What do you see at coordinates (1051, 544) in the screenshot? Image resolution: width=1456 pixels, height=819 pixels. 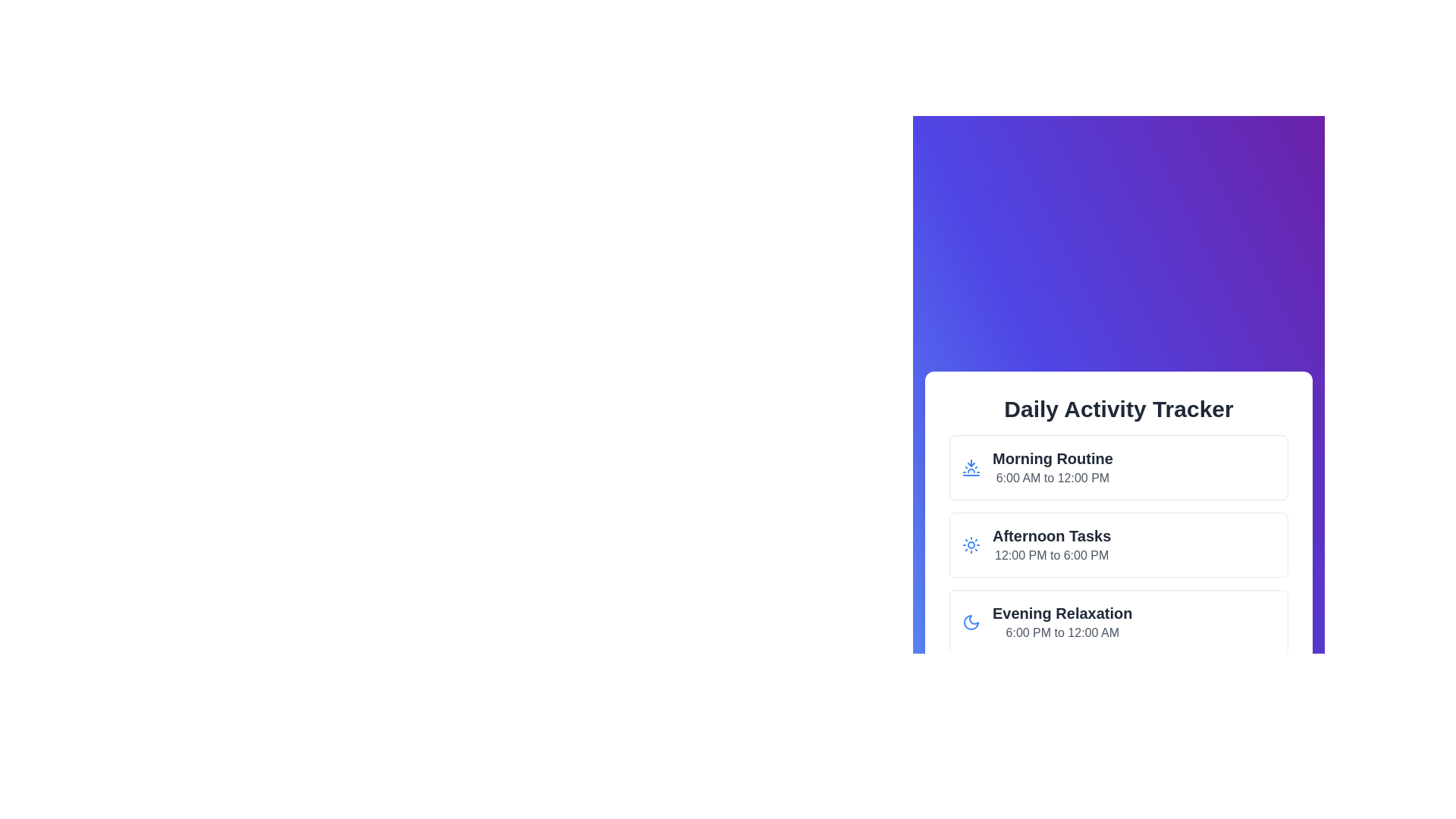 I see `the 'Afternoon Tasks' text block, which indicates the time range '12:00 PM to 6:00 PM', located` at bounding box center [1051, 544].